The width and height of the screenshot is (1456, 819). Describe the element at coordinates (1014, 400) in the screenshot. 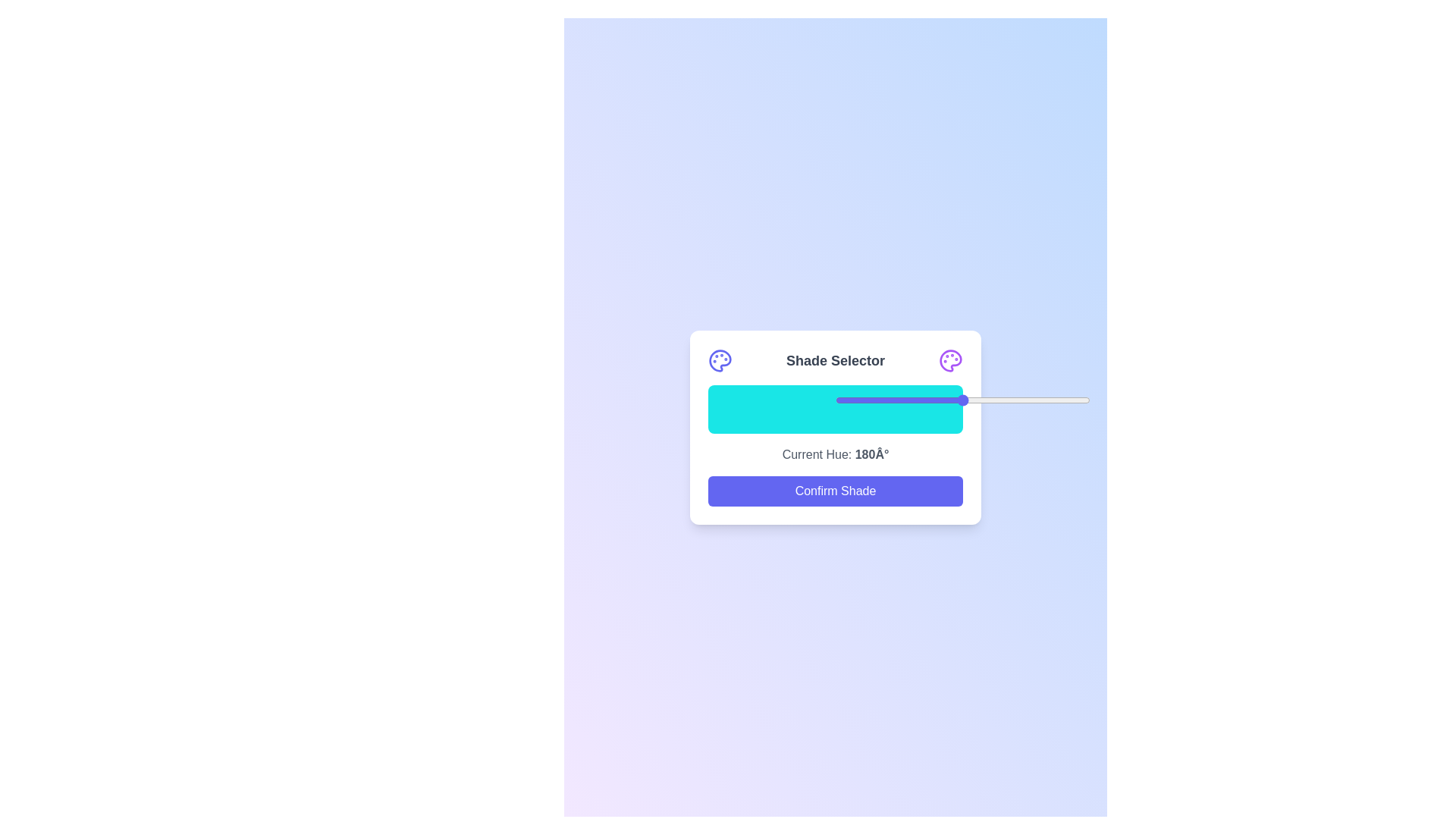

I see `the slider to set the shade to 70%` at that location.